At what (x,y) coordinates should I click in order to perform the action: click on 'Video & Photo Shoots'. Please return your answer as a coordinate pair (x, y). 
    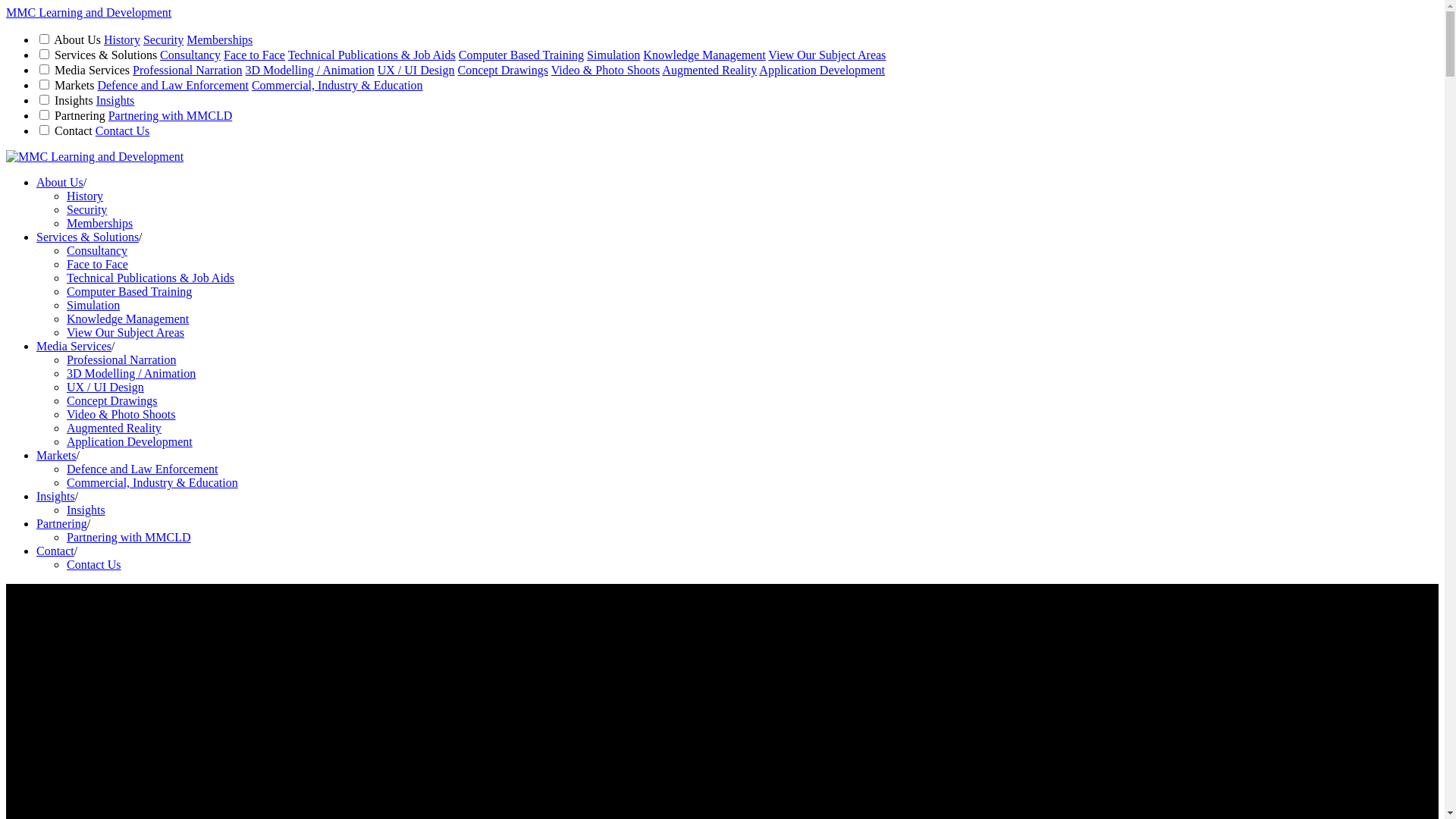
    Looking at the image, I should click on (604, 70).